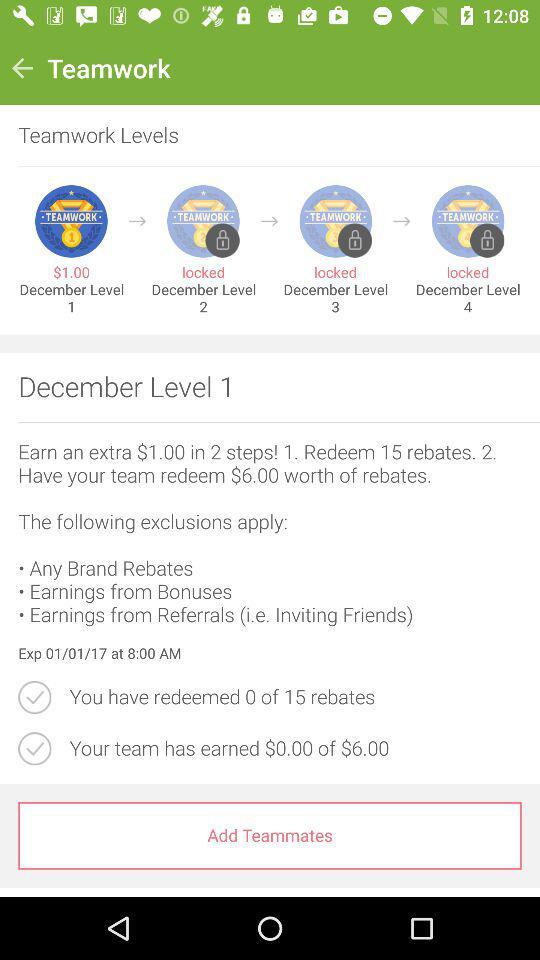 The image size is (540, 960). I want to click on icon above teamwork levels, so click(21, 68).